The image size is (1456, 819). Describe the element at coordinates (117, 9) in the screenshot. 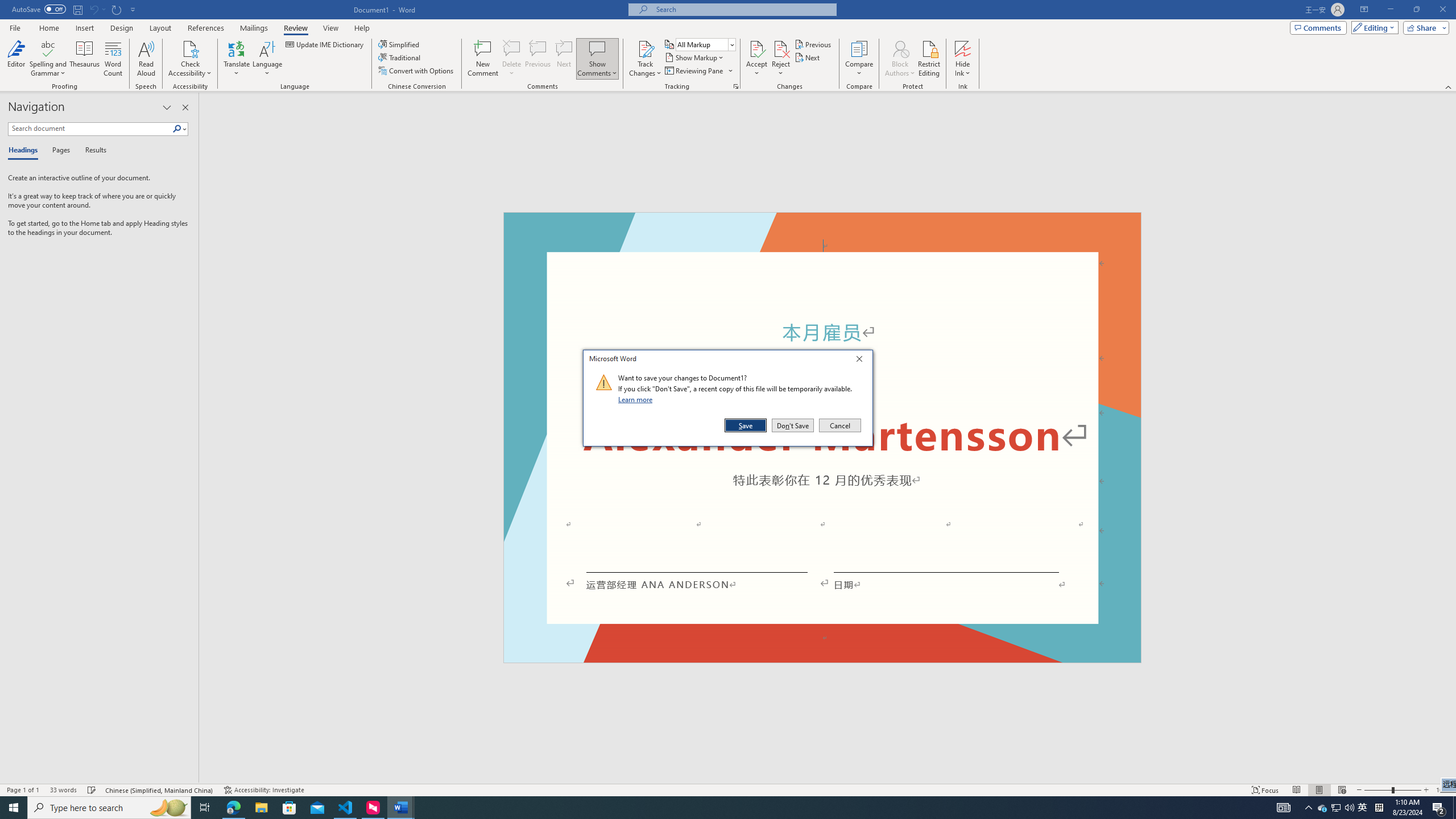

I see `'Repeat Shrink Font'` at that location.